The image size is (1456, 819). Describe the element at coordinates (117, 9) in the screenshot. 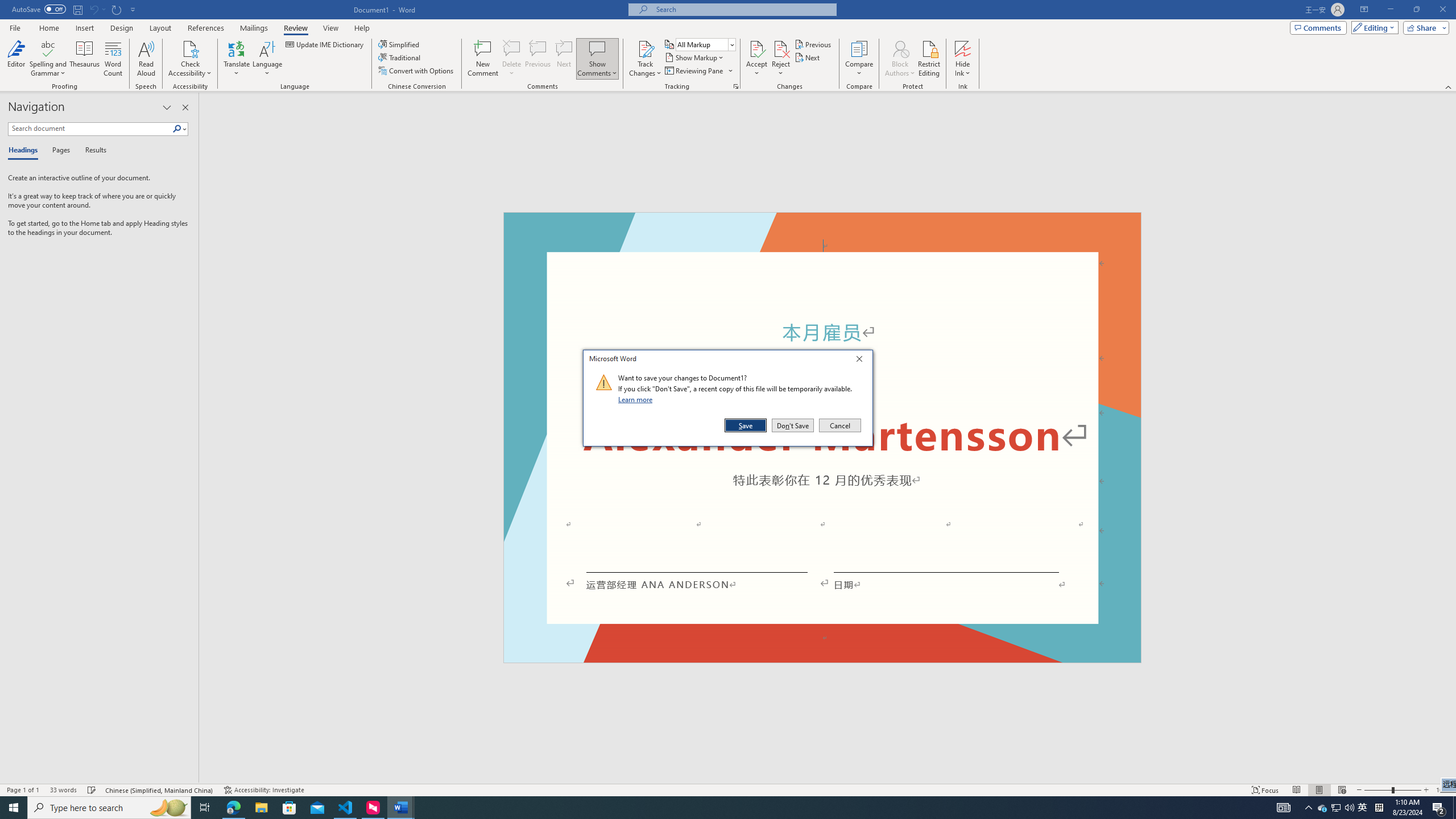

I see `'Repeat Shrink Font'` at that location.